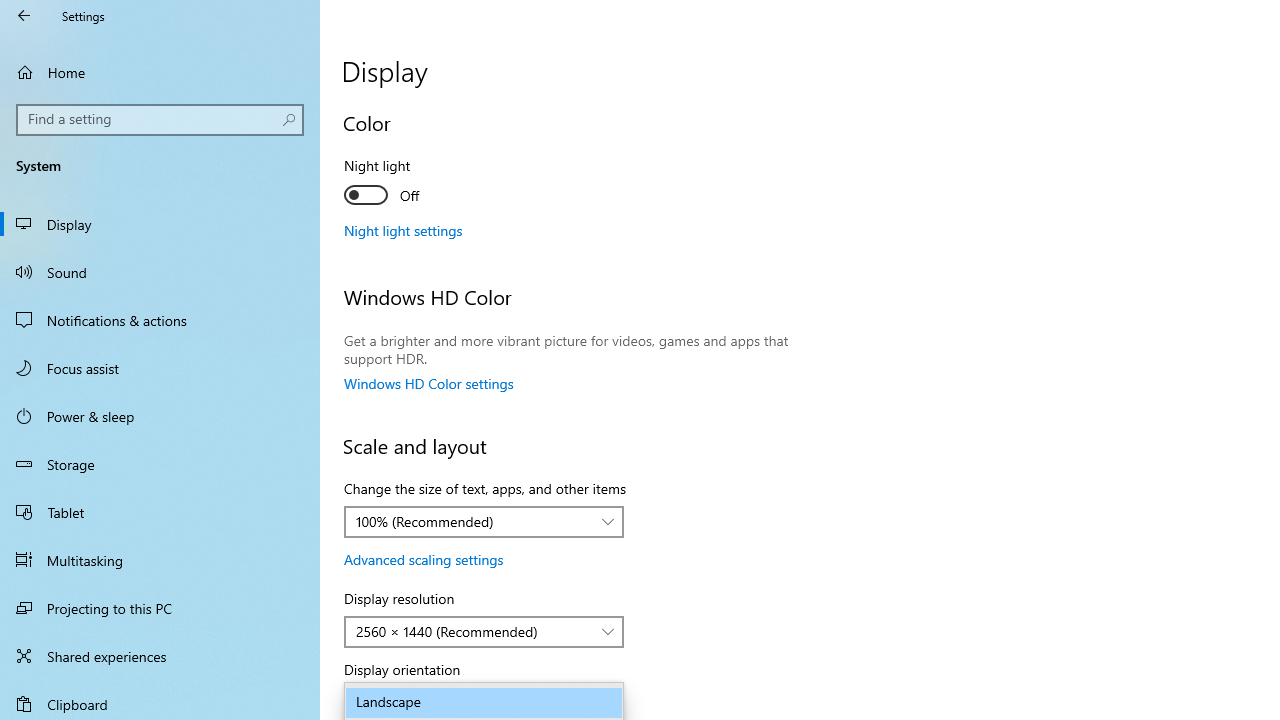 The image size is (1280, 720). I want to click on 'Storage', so click(160, 464).